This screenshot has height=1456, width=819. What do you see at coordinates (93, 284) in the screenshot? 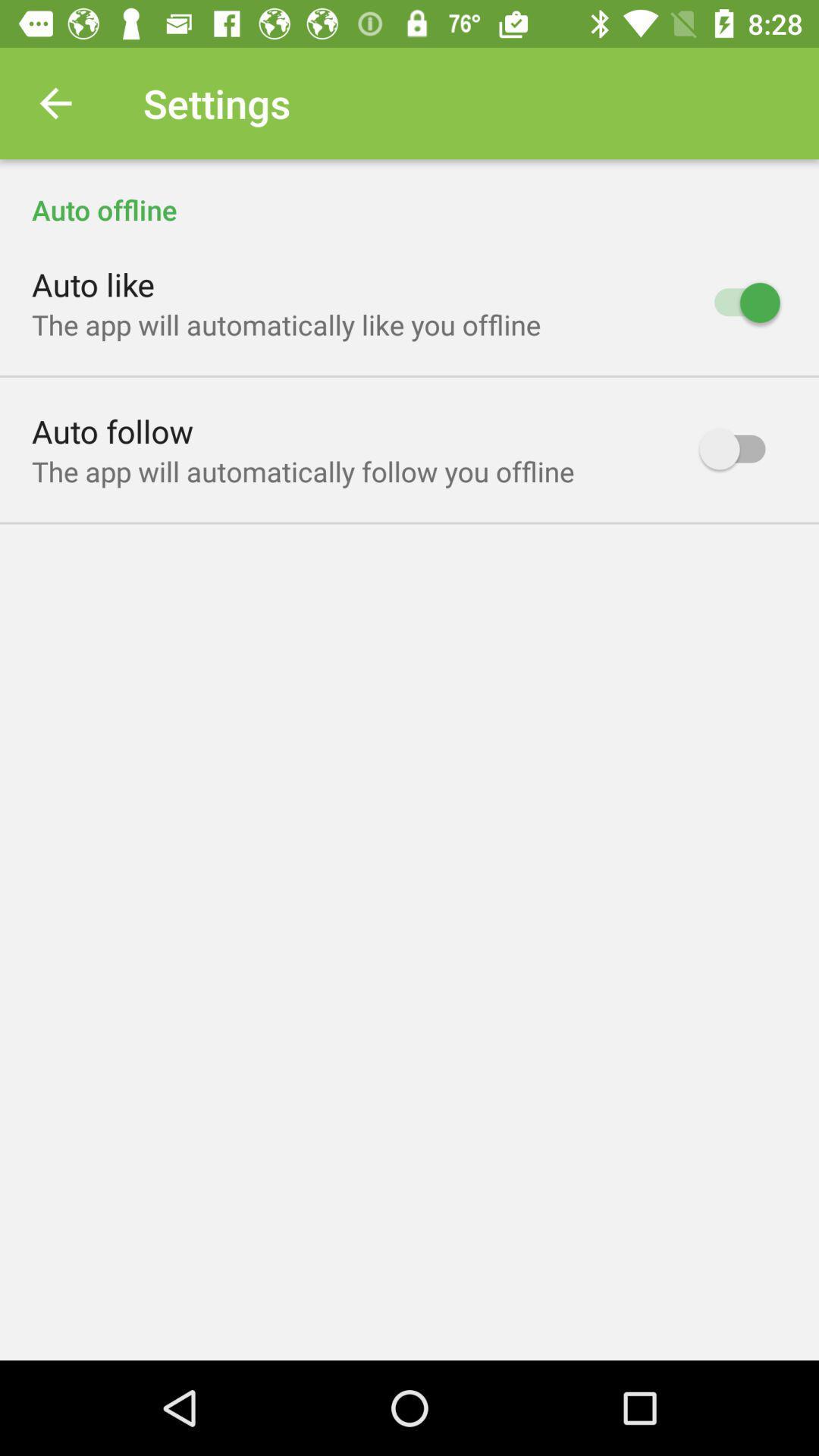
I see `the item above the the app will` at bounding box center [93, 284].